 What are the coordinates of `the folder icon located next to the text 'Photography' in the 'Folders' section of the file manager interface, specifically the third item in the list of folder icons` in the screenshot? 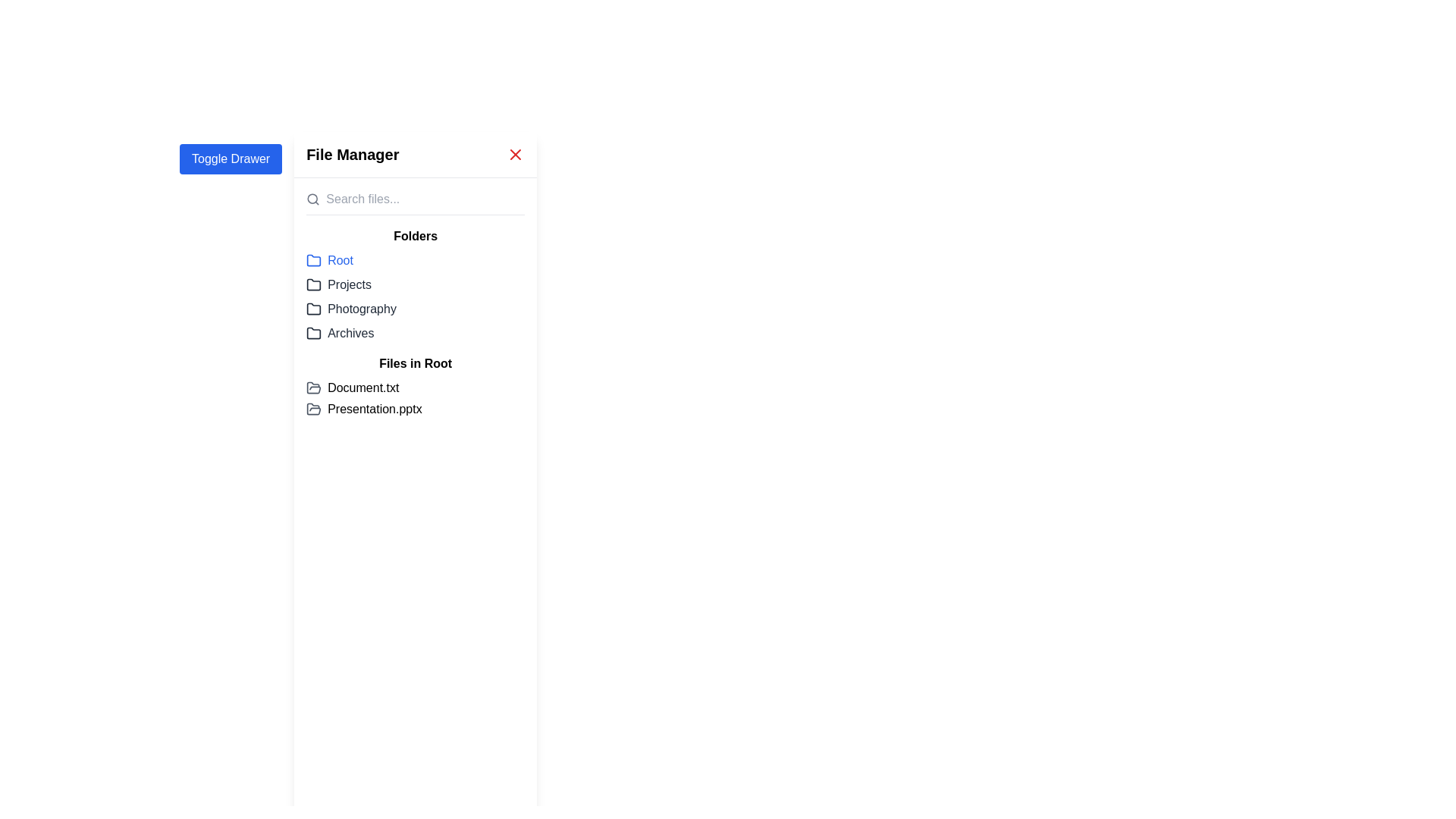 It's located at (313, 308).